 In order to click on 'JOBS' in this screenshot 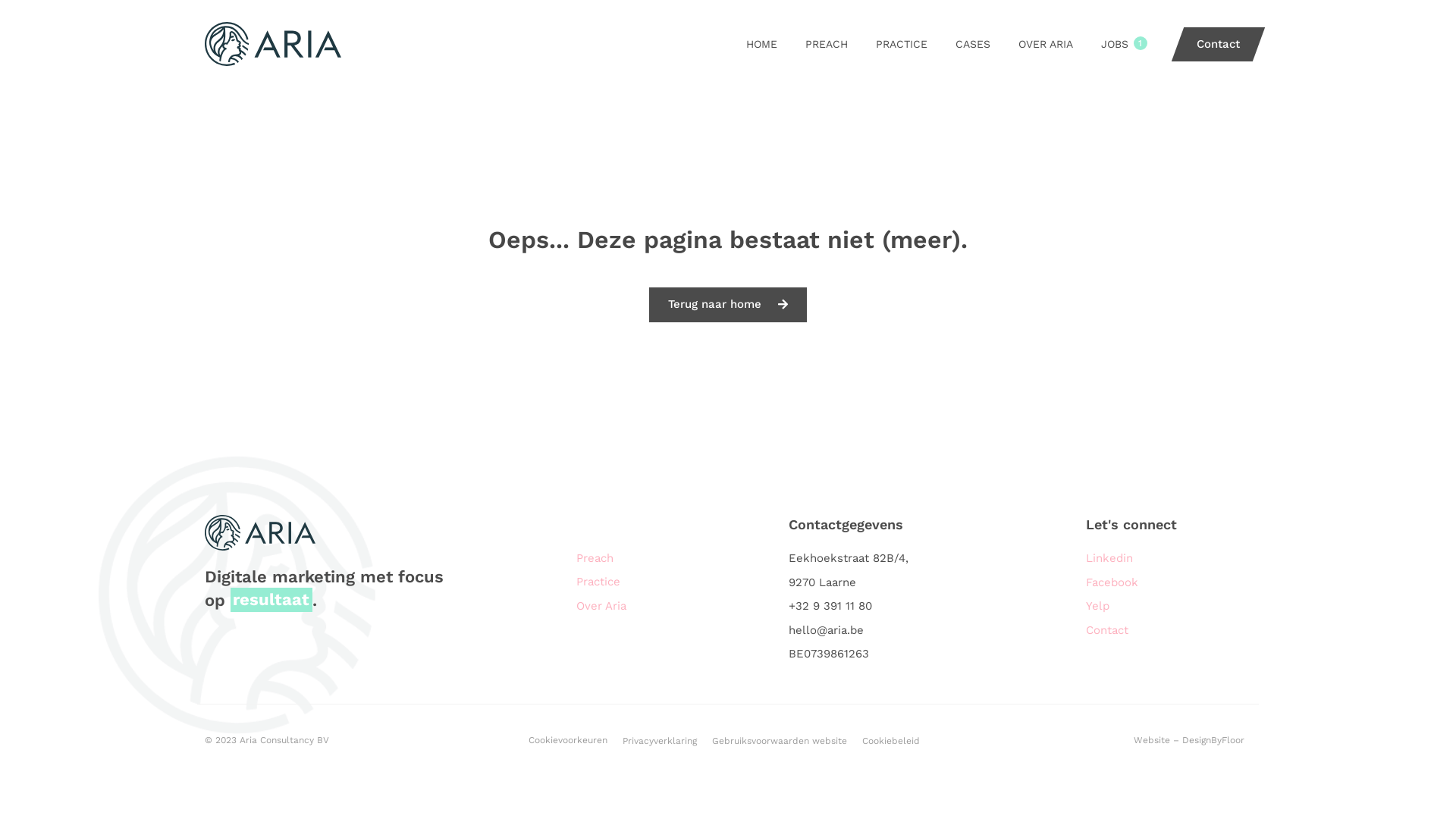, I will do `click(1114, 42)`.